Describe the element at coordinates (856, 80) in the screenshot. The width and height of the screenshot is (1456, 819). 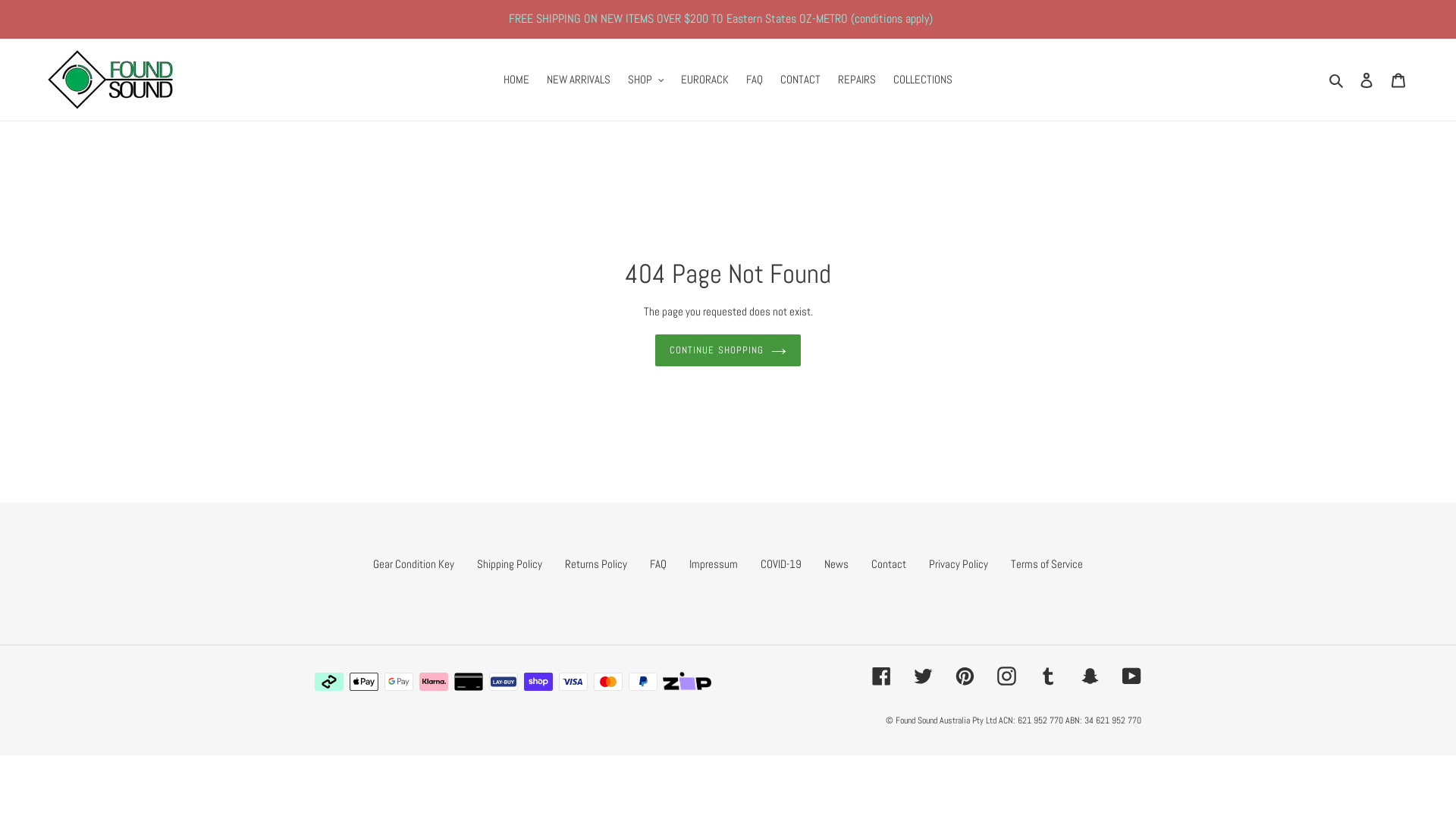
I see `'REPAIRS'` at that location.